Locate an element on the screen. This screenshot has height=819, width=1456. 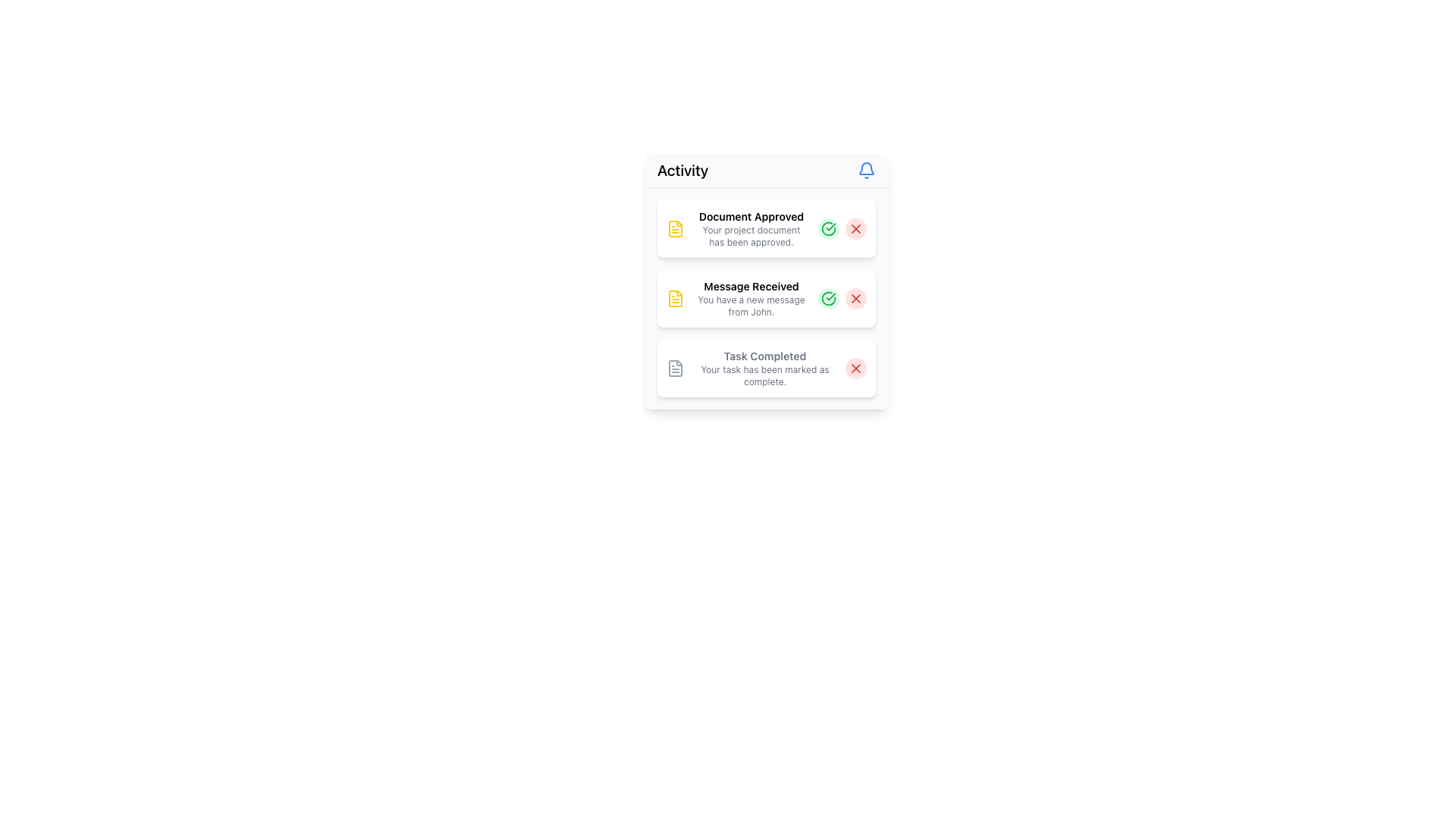
the green checkmark icon with a surrounding green ring in the second notification row of the activity feed is located at coordinates (828, 298).